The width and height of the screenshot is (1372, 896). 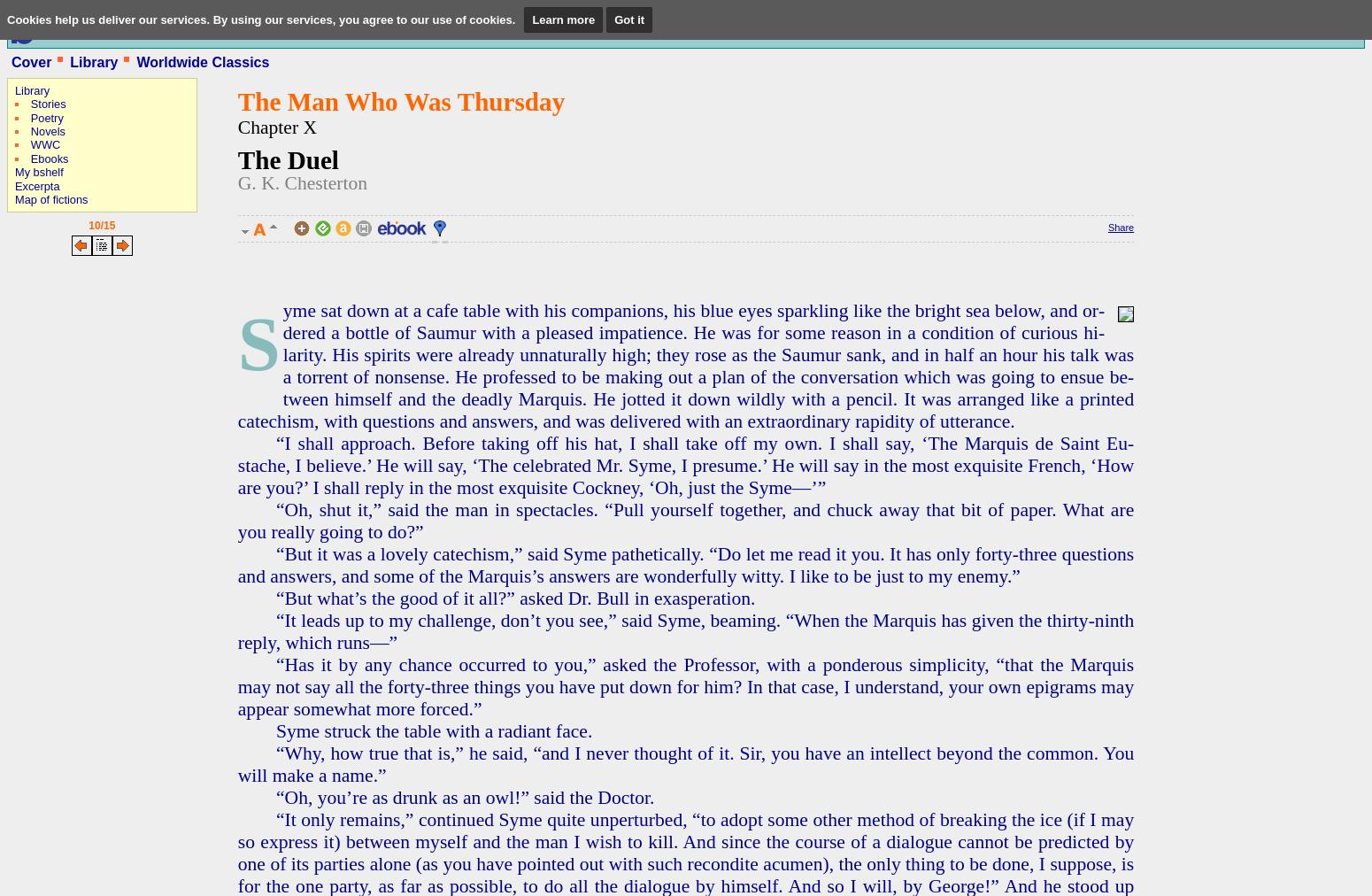 What do you see at coordinates (275, 126) in the screenshot?
I see `'Chapter X'` at bounding box center [275, 126].